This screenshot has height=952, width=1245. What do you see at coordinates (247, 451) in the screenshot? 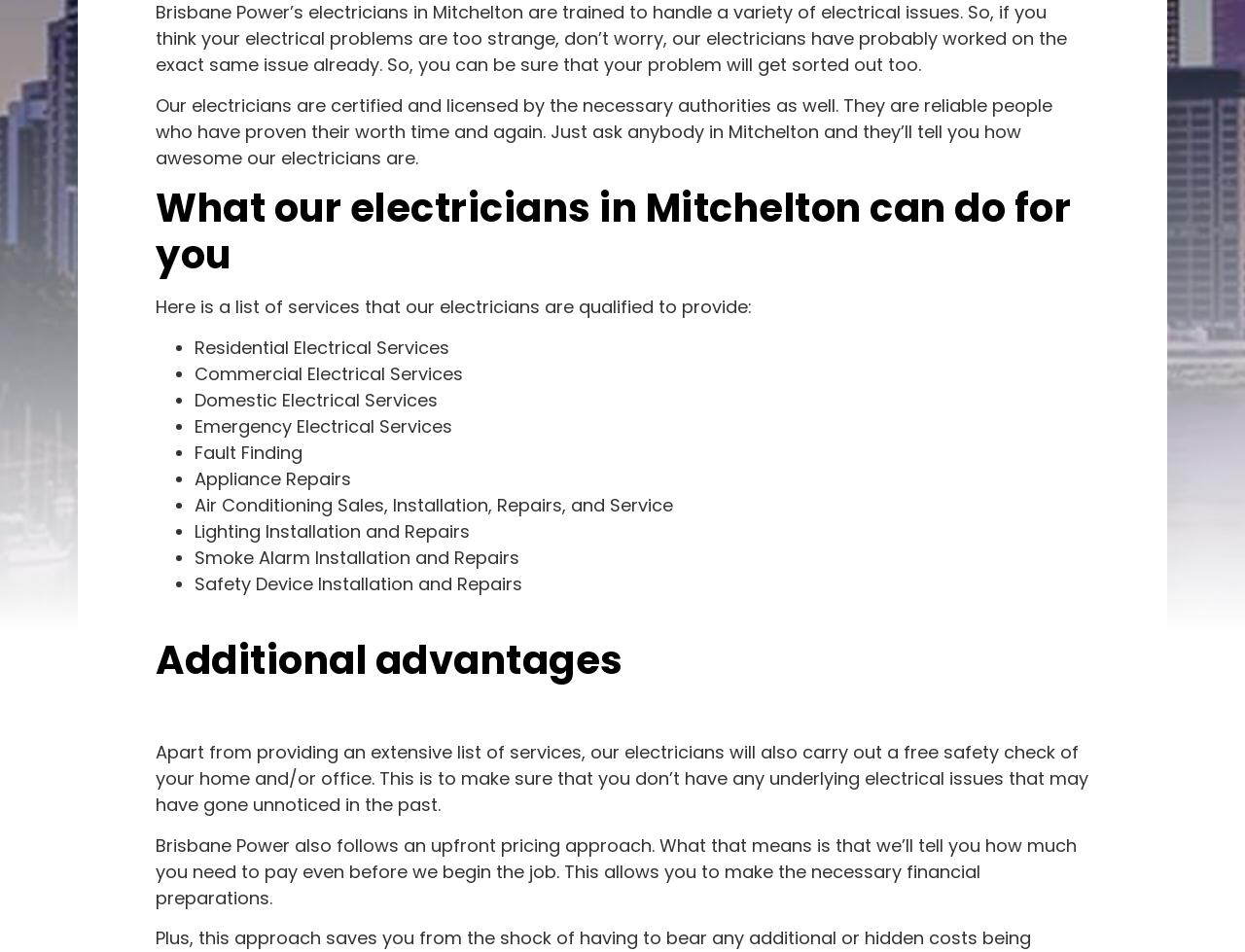
I see `'Fault Finding'` at bounding box center [247, 451].